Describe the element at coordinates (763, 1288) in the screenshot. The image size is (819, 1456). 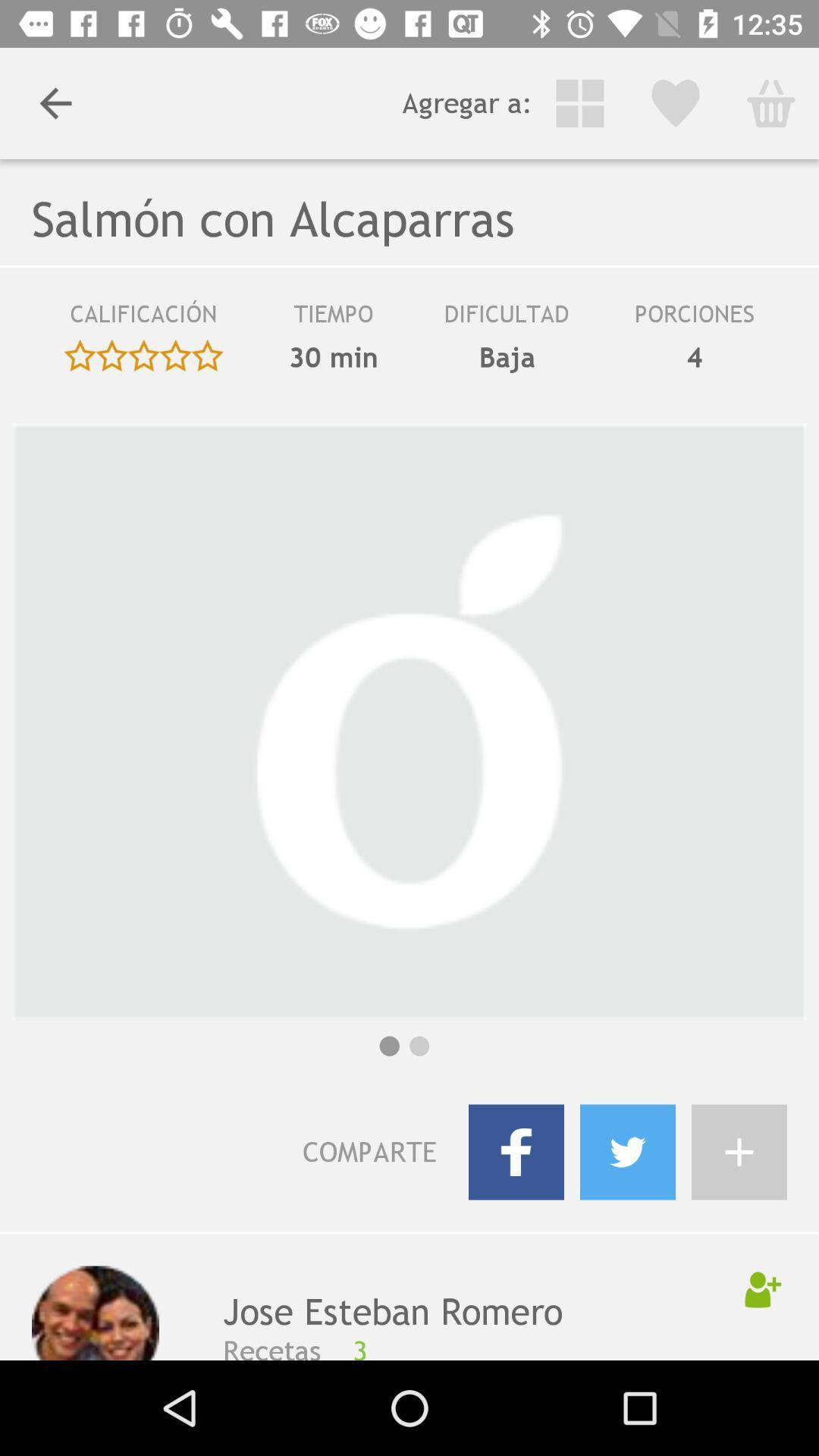
I see `follow account` at that location.